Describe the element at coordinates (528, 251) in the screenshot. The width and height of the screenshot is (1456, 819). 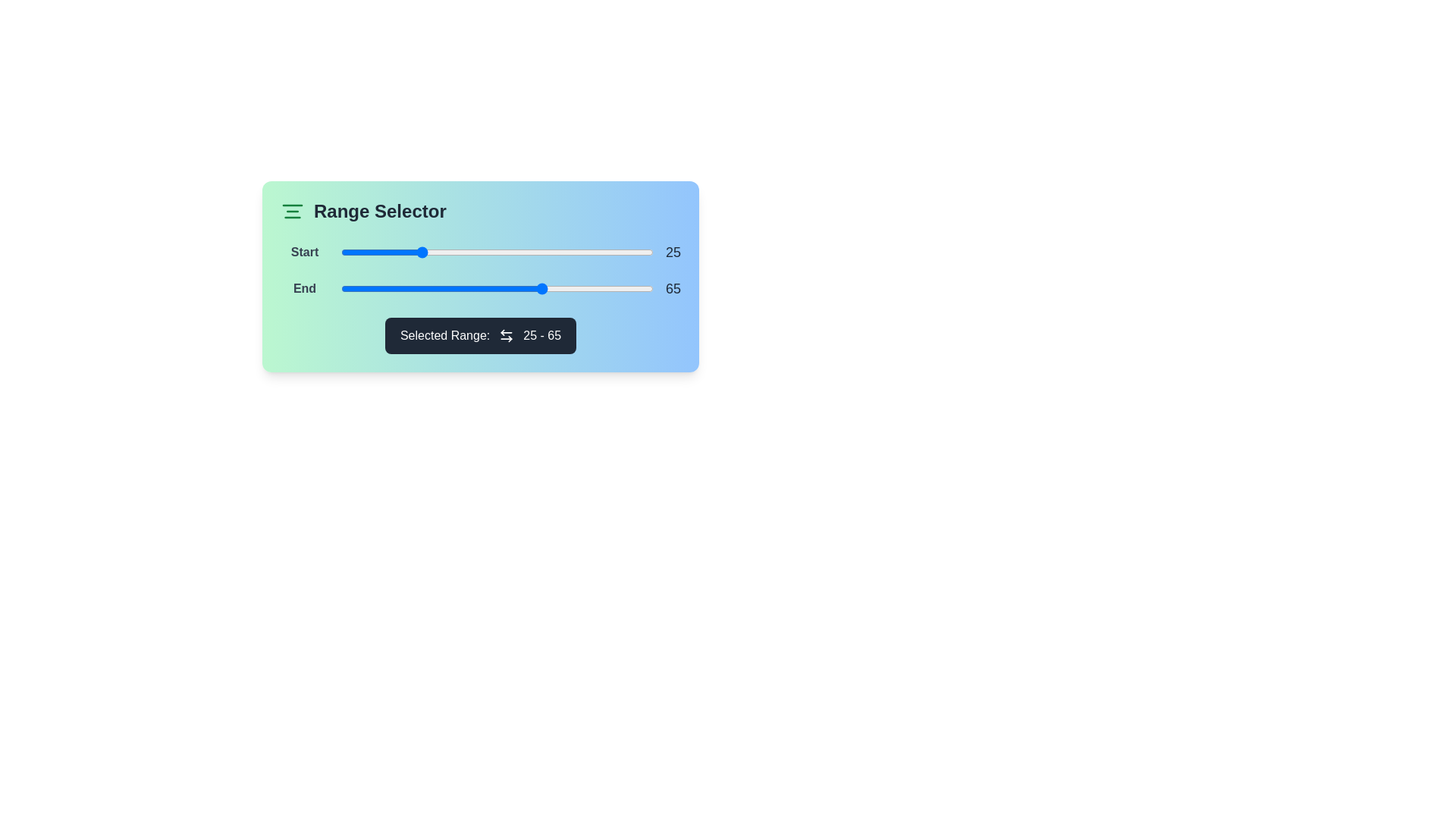
I see `the slider to set the value to 60` at that location.